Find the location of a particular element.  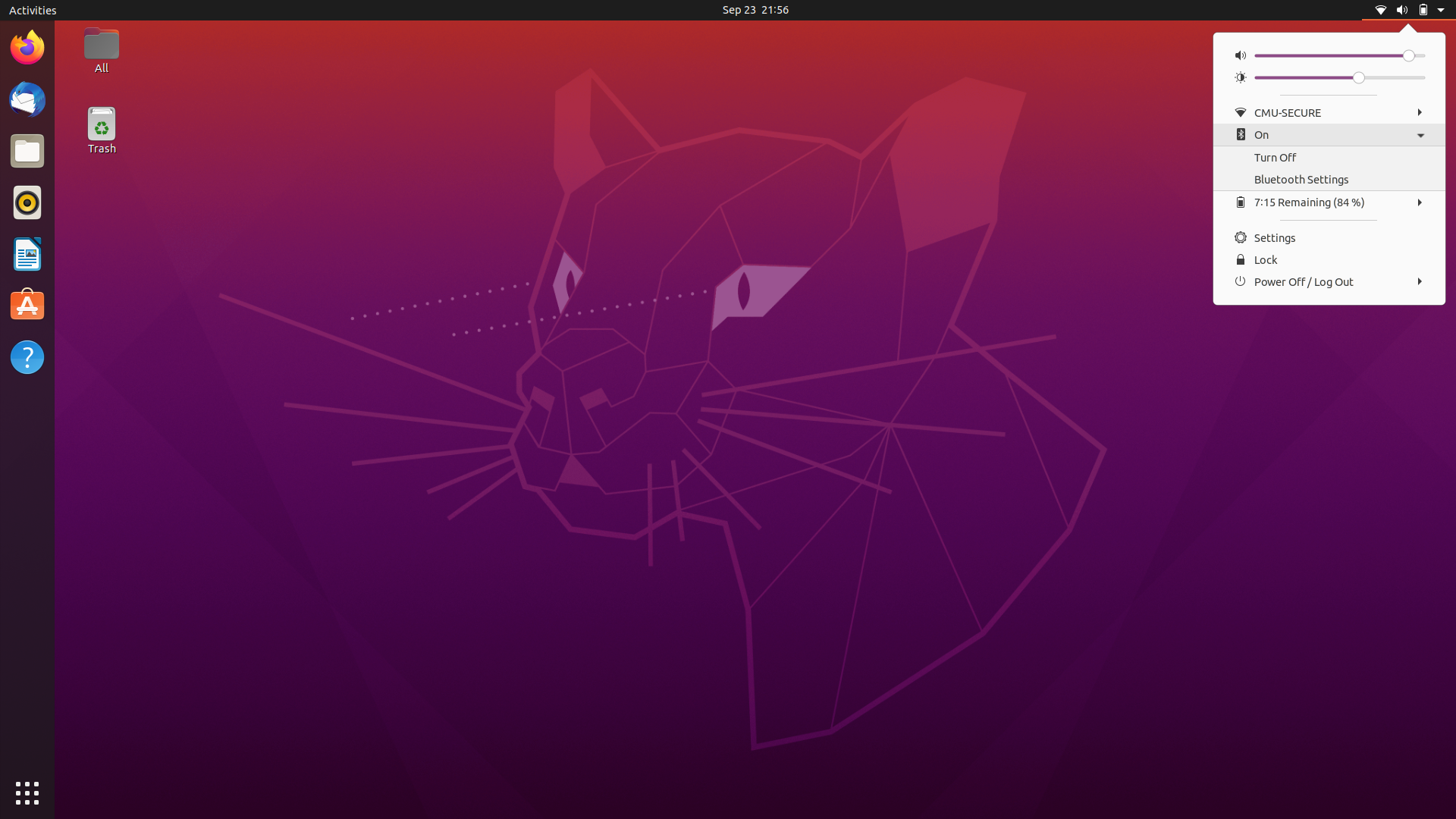

Decrease Brightness is located at coordinates (1260, 77).